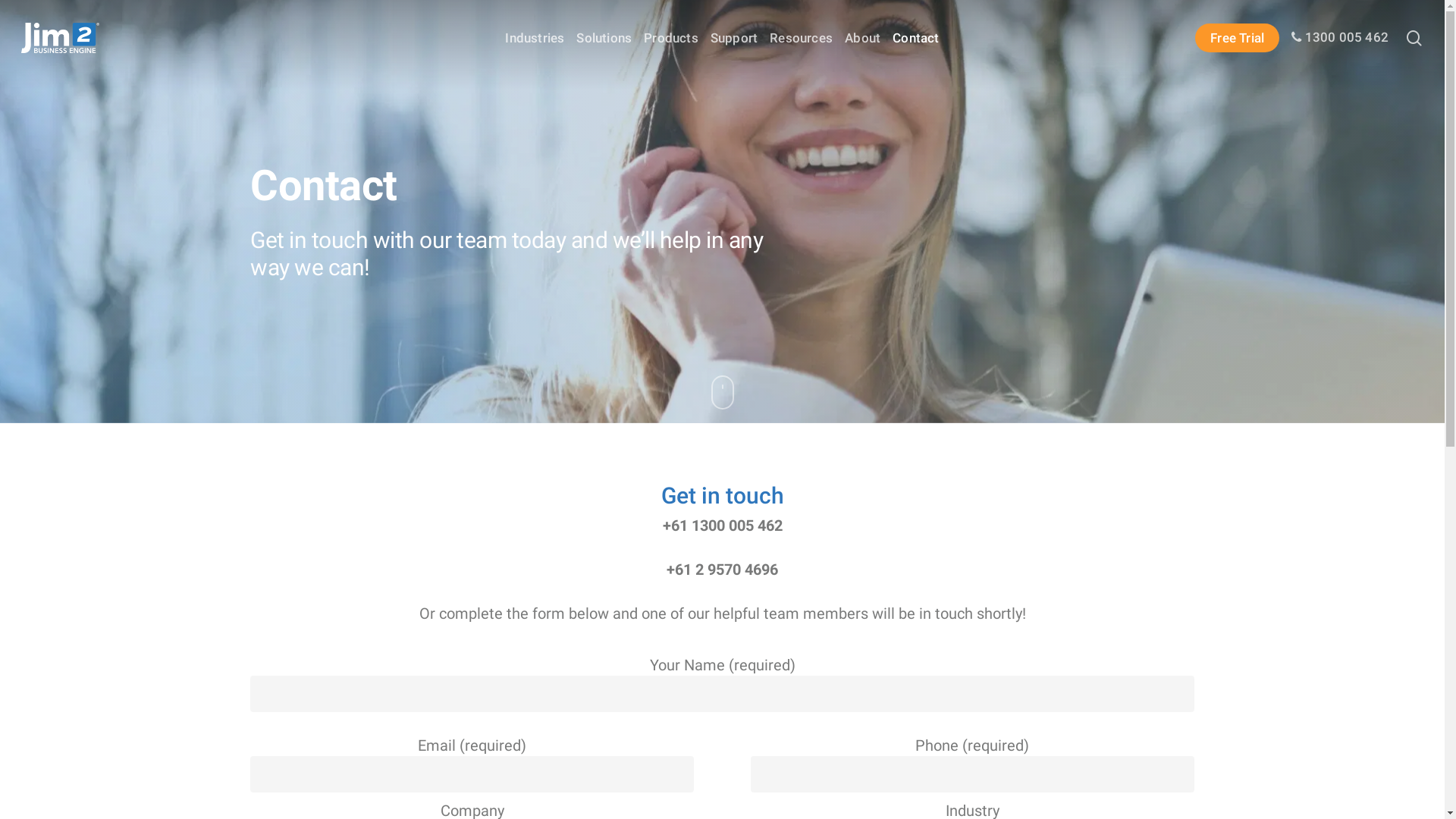  I want to click on 'About', so click(862, 37).